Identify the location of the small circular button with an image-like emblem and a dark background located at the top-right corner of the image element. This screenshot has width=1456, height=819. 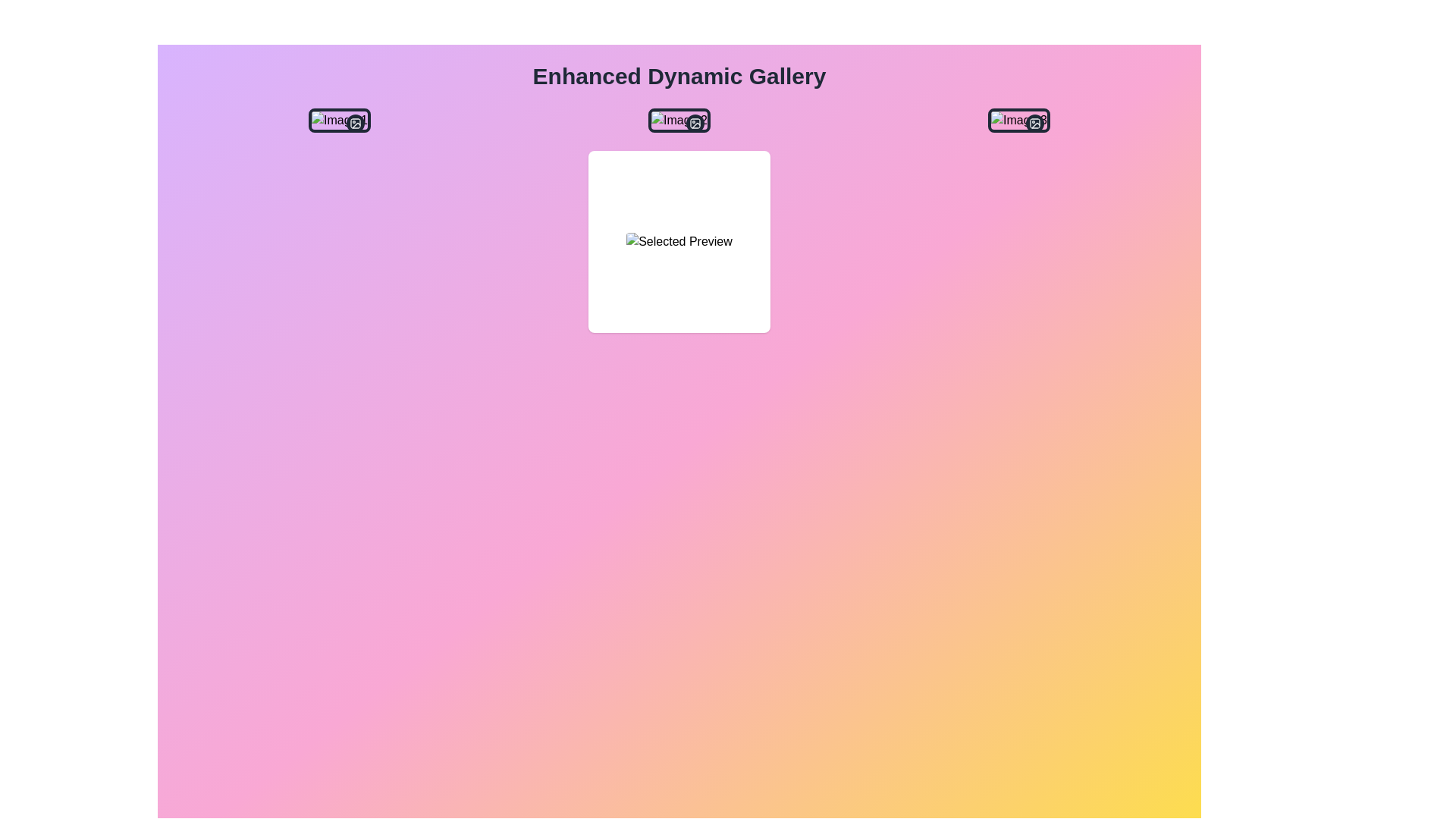
(354, 122).